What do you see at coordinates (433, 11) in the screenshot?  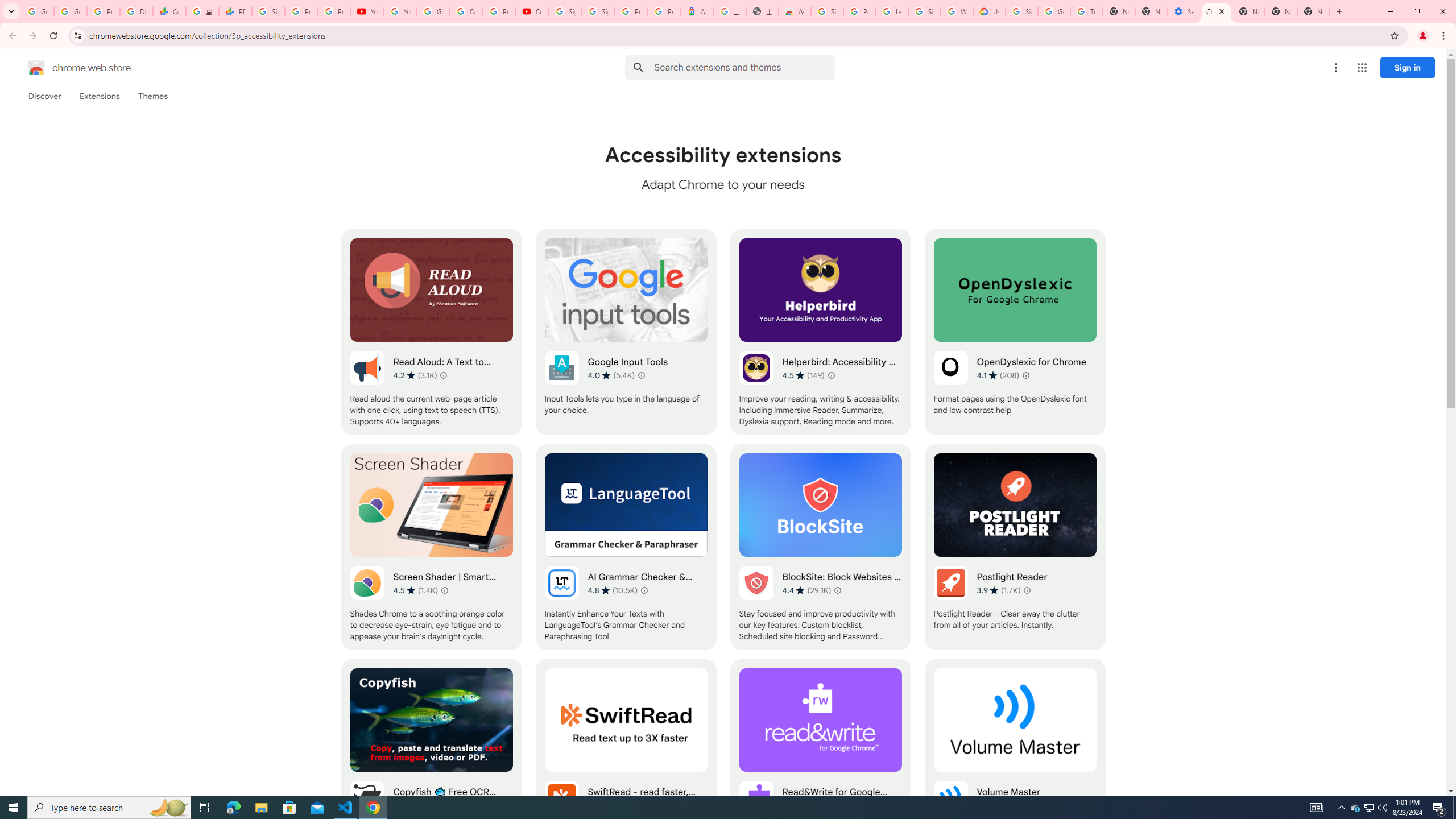 I see `'Google Account Help'` at bounding box center [433, 11].